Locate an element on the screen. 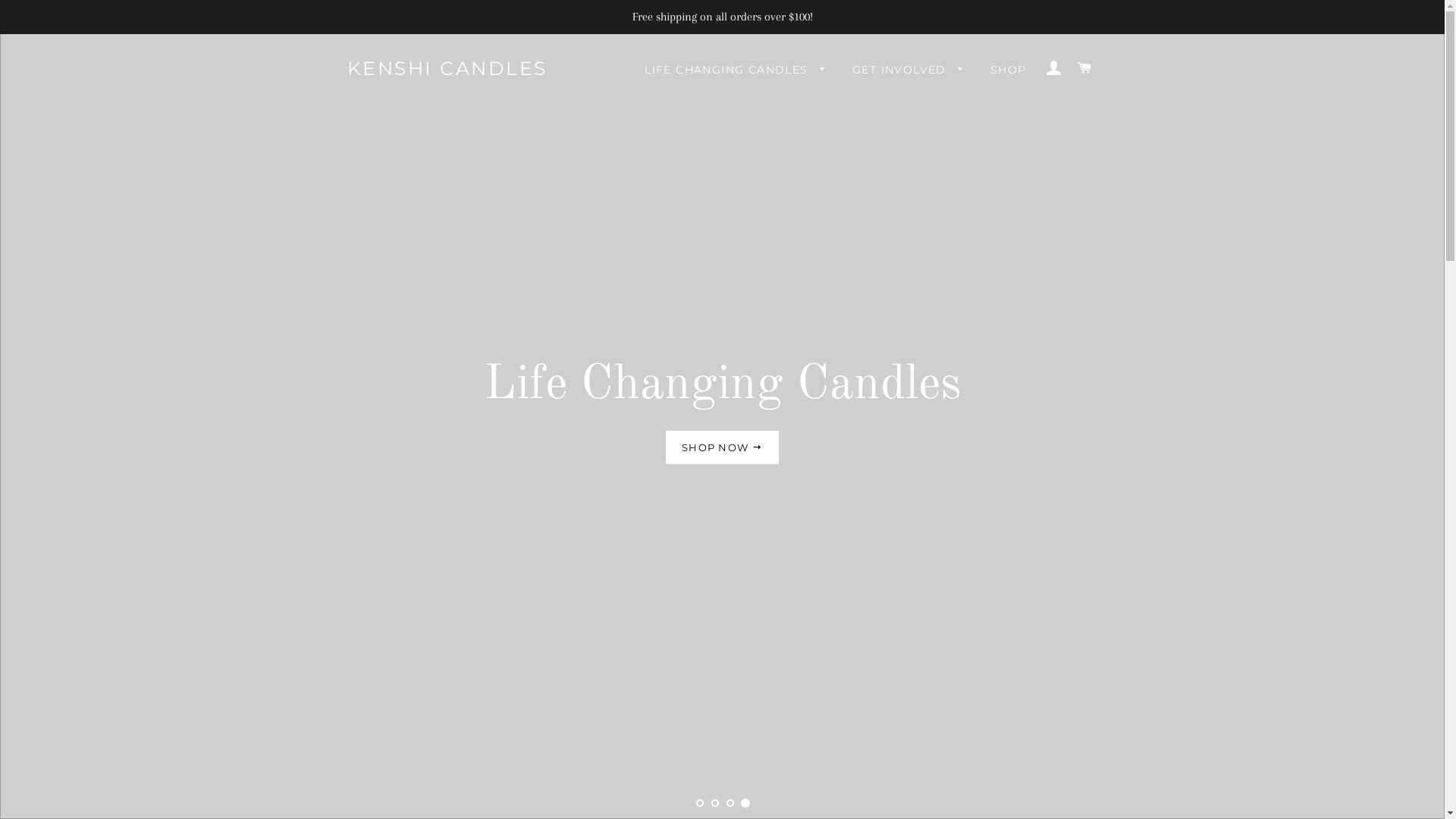 The height and width of the screenshot is (819, 1456). '4' is located at coordinates (745, 801).